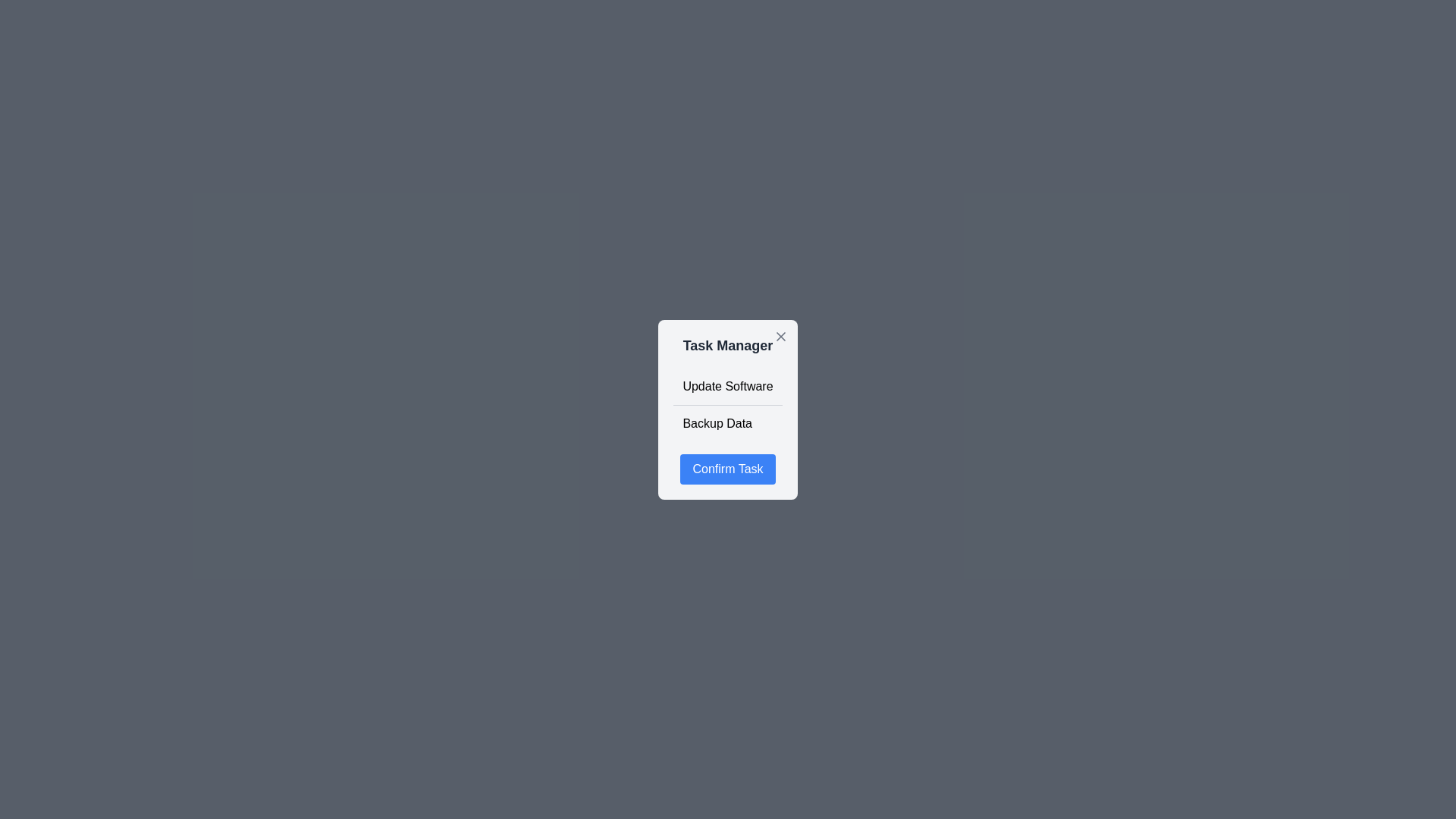 The width and height of the screenshot is (1456, 819). I want to click on close button to dismiss the dialog, so click(780, 335).